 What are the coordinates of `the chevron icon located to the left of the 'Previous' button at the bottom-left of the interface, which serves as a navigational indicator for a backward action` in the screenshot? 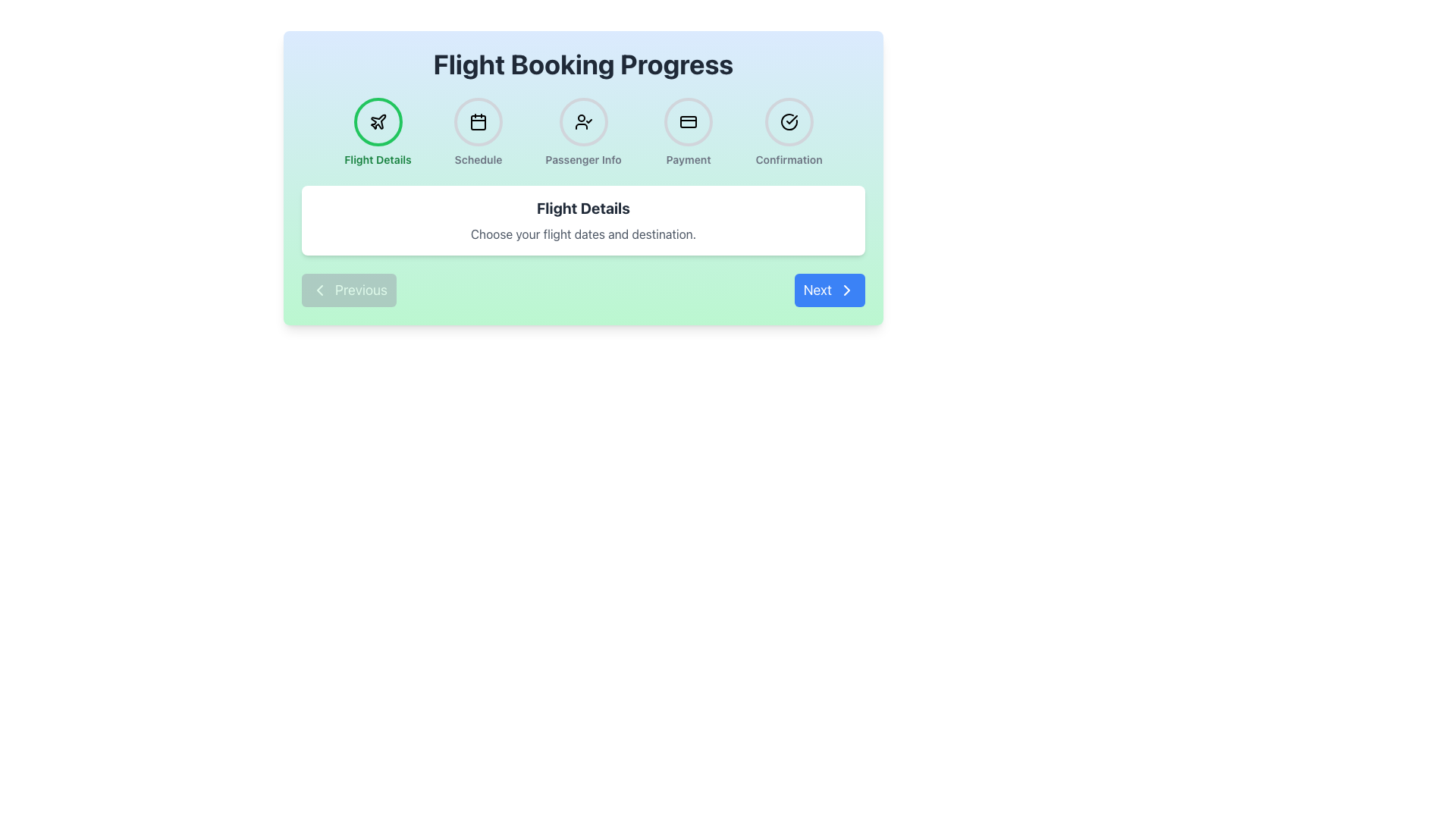 It's located at (319, 290).